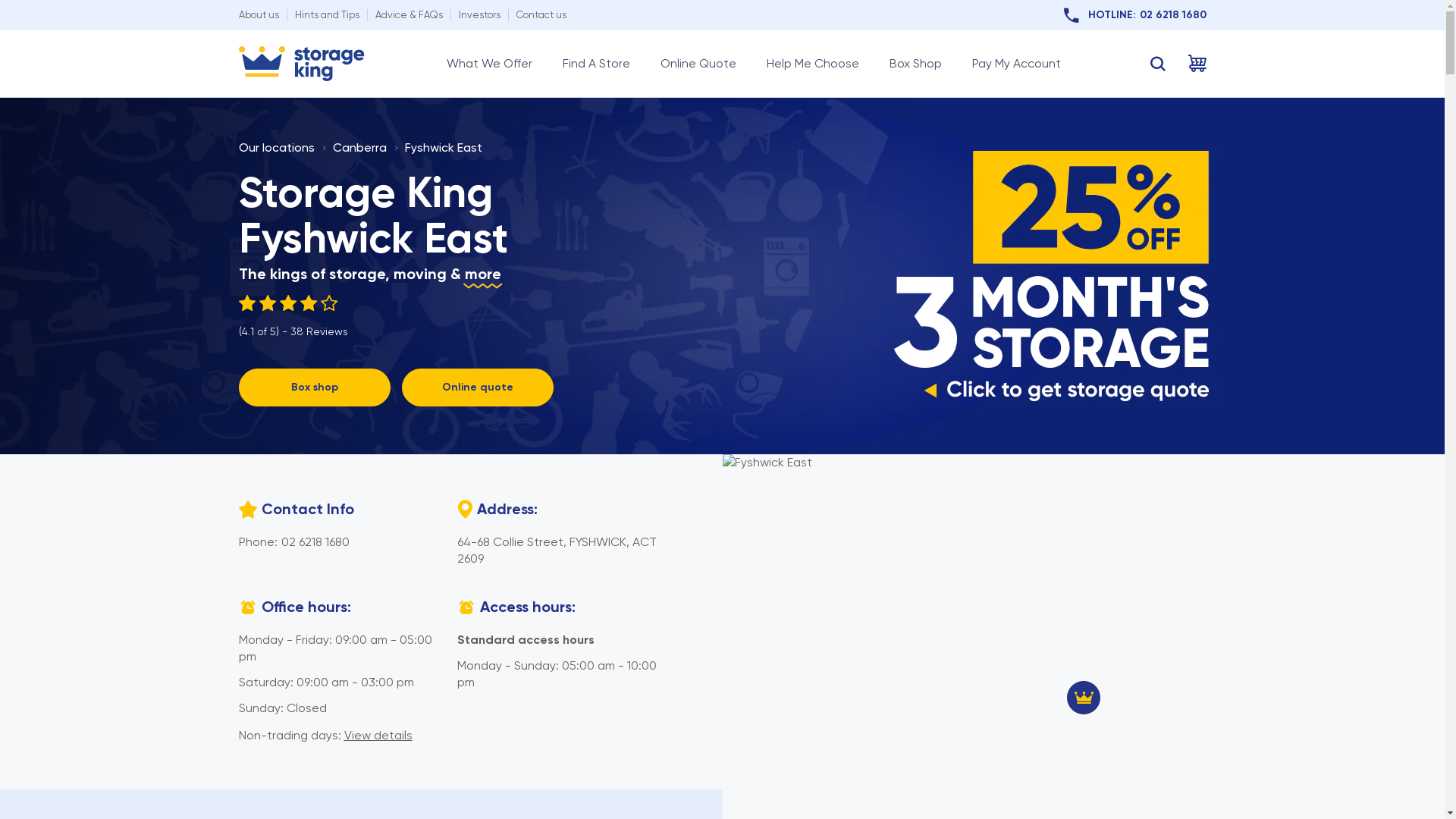 This screenshot has height=819, width=1456. I want to click on 'Hints and Tips', so click(325, 14).